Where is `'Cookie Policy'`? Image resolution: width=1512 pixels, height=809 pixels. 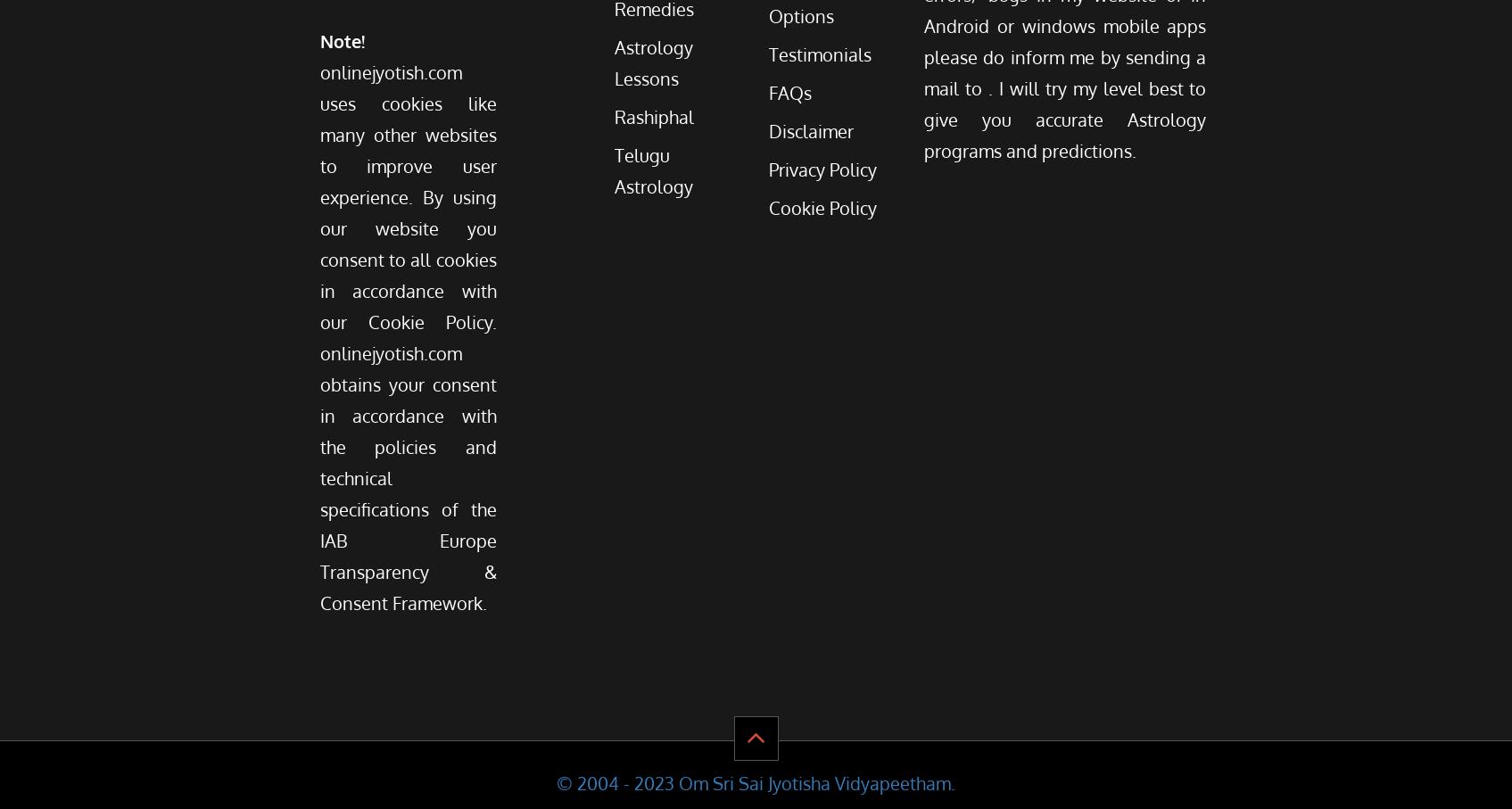 'Cookie Policy' is located at coordinates (822, 208).